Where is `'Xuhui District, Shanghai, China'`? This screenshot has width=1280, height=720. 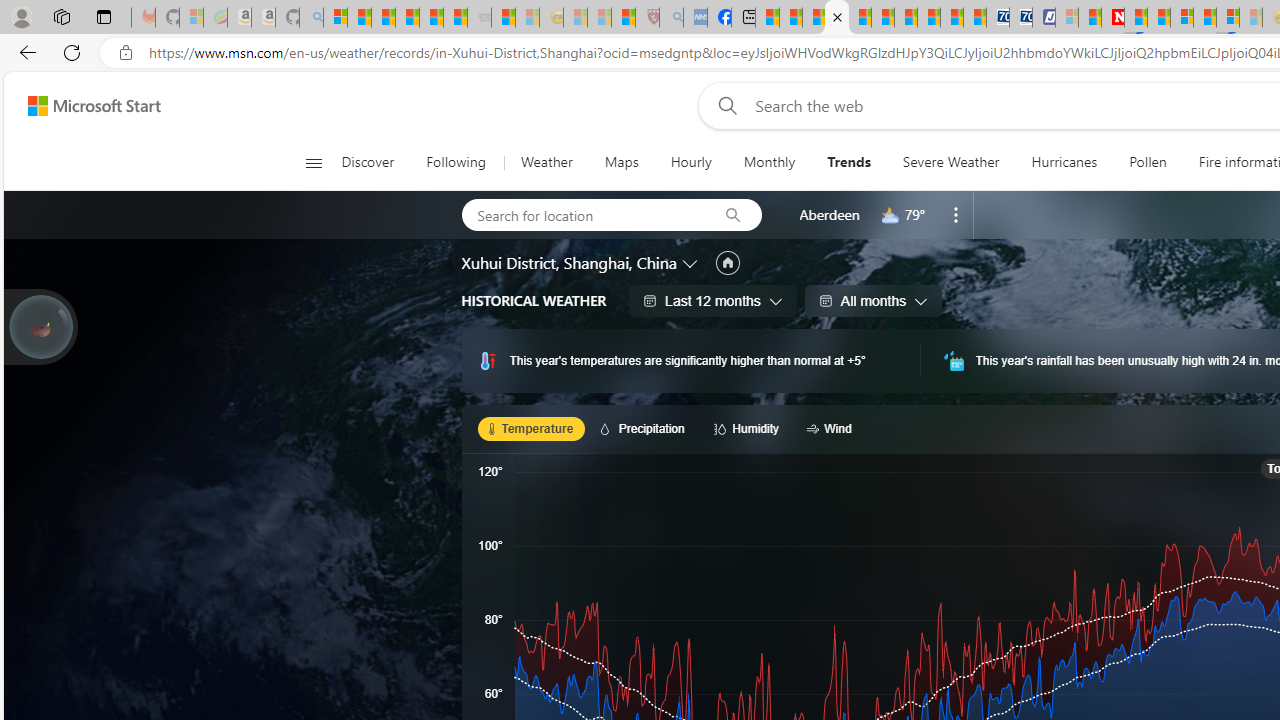
'Xuhui District, Shanghai, China' is located at coordinates (567, 262).